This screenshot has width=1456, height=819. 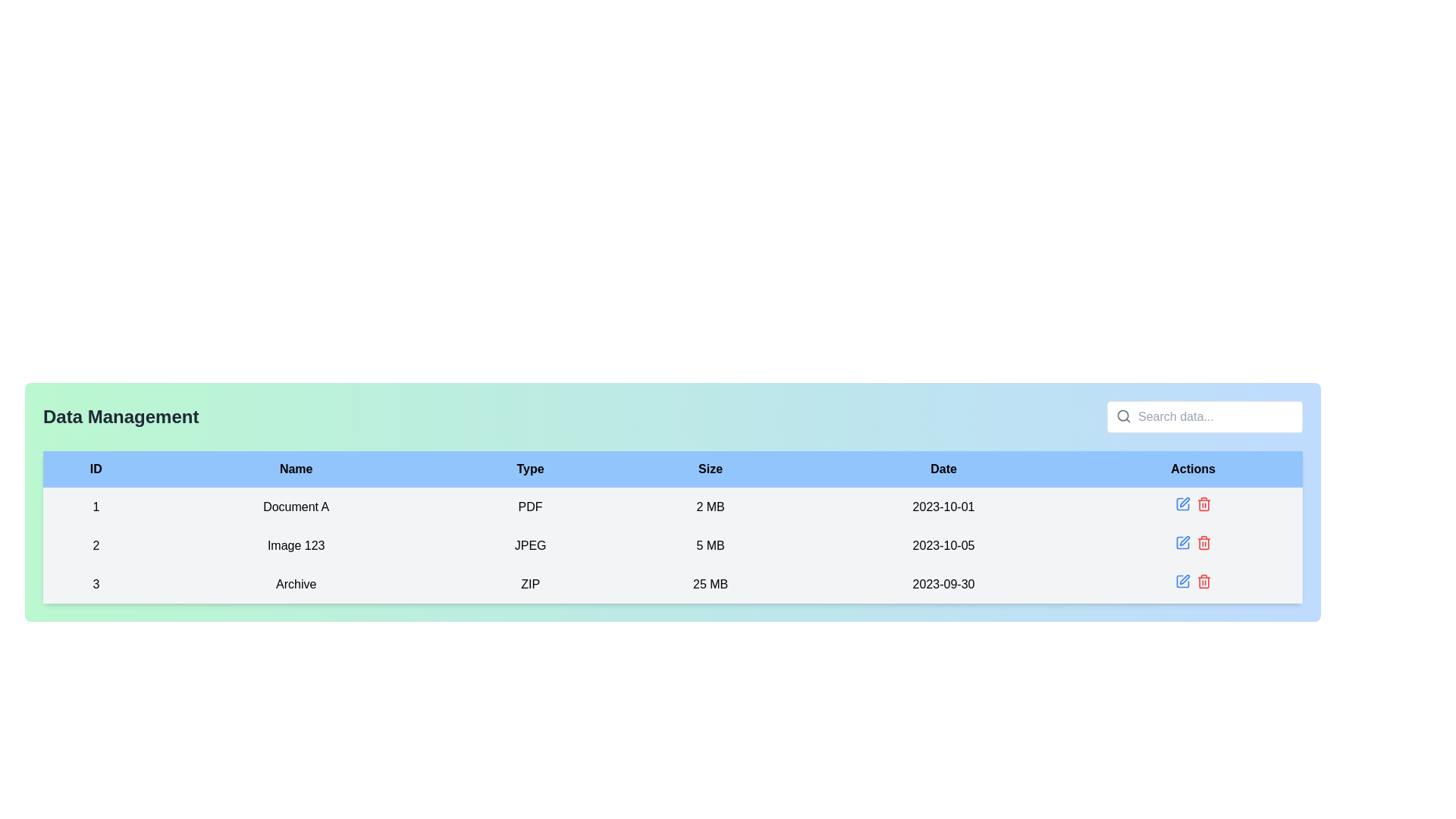 I want to click on the text display element showing '5 MB' in the 'Size' column of the table corresponding to 'Image 123', so click(x=710, y=544).